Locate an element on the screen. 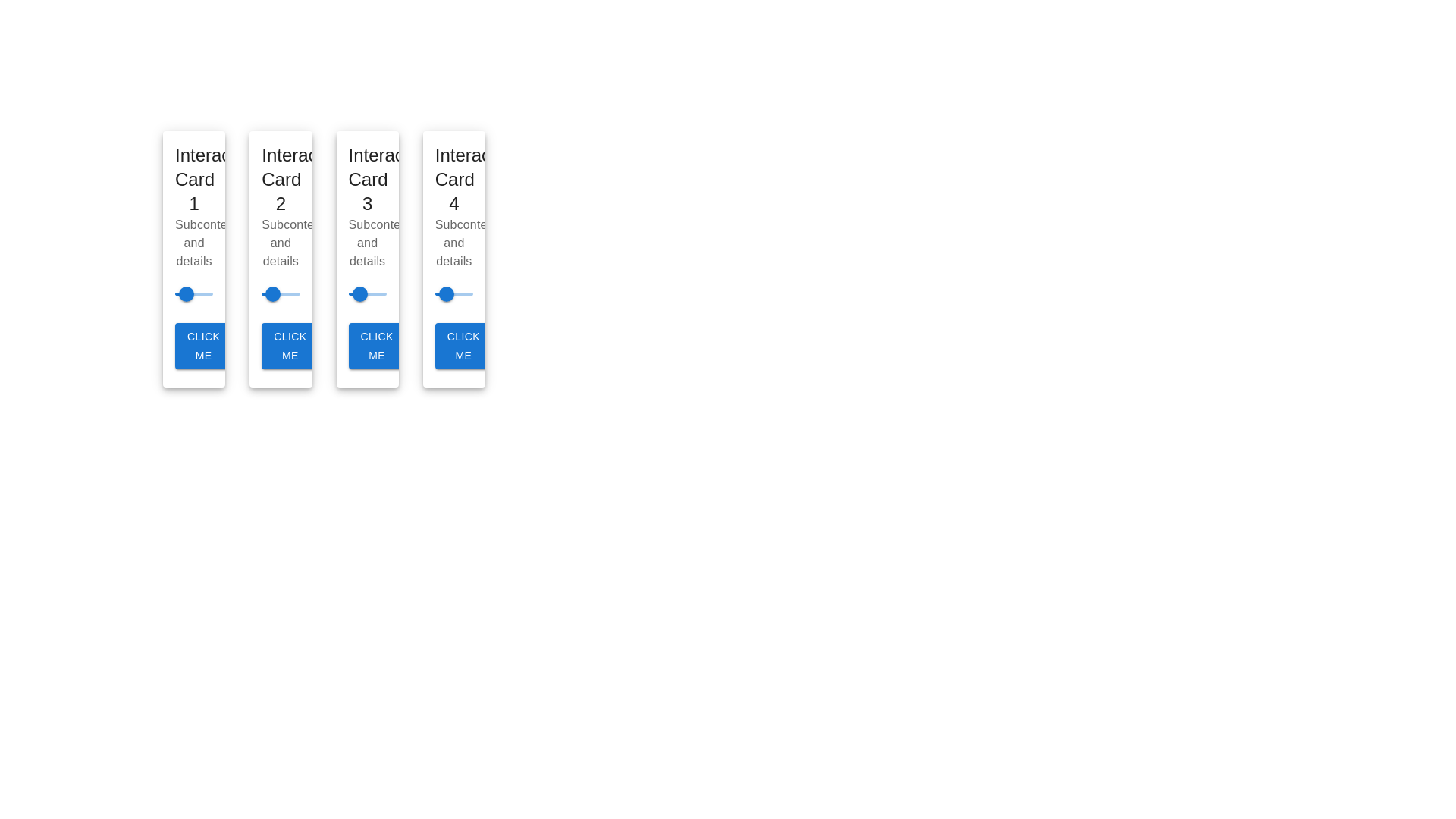 Image resolution: width=1456 pixels, height=819 pixels. the button located at the bottom of 'Interactive Card 3' is located at coordinates (377, 346).